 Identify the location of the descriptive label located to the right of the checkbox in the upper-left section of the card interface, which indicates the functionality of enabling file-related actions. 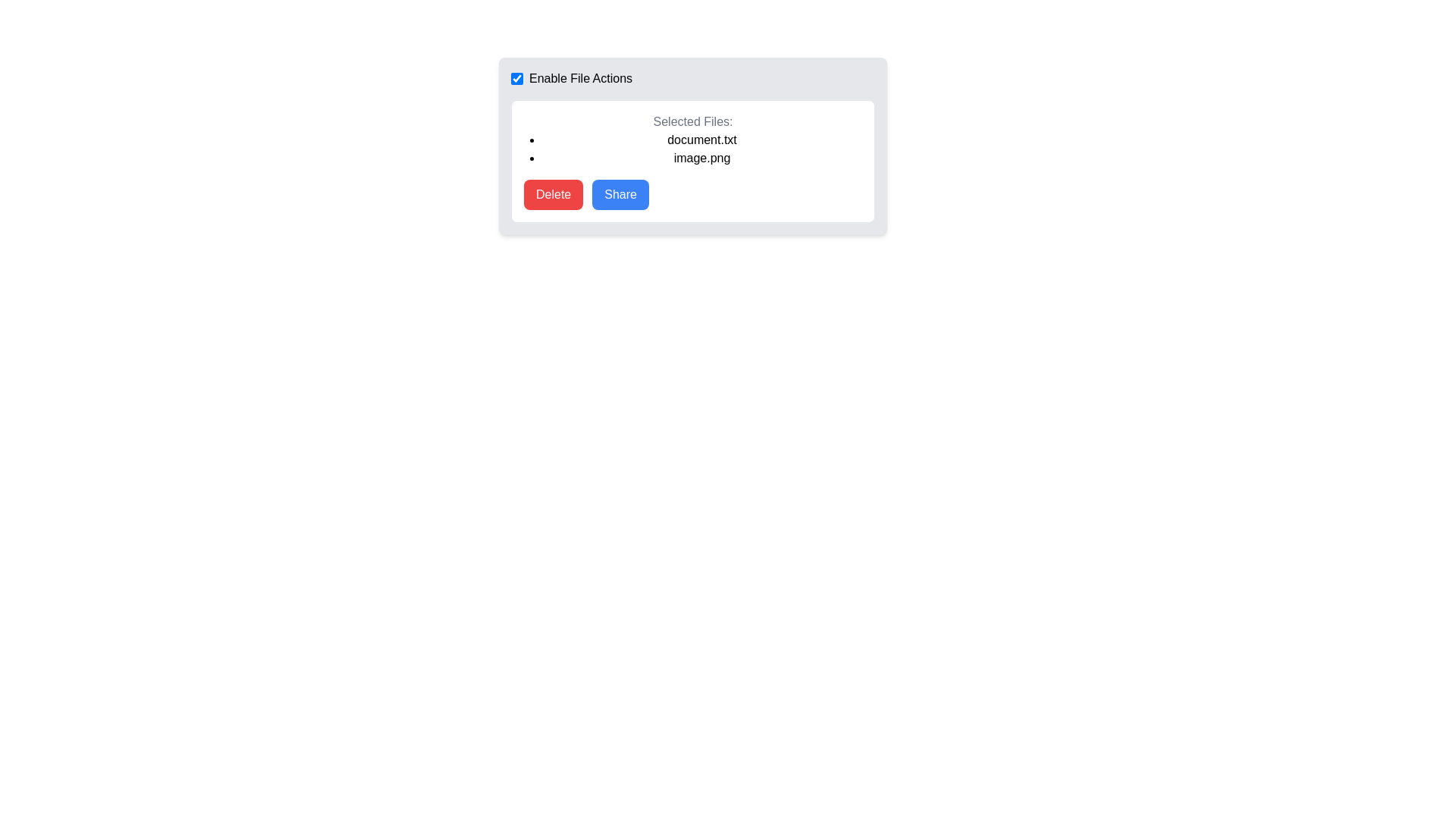
(570, 79).